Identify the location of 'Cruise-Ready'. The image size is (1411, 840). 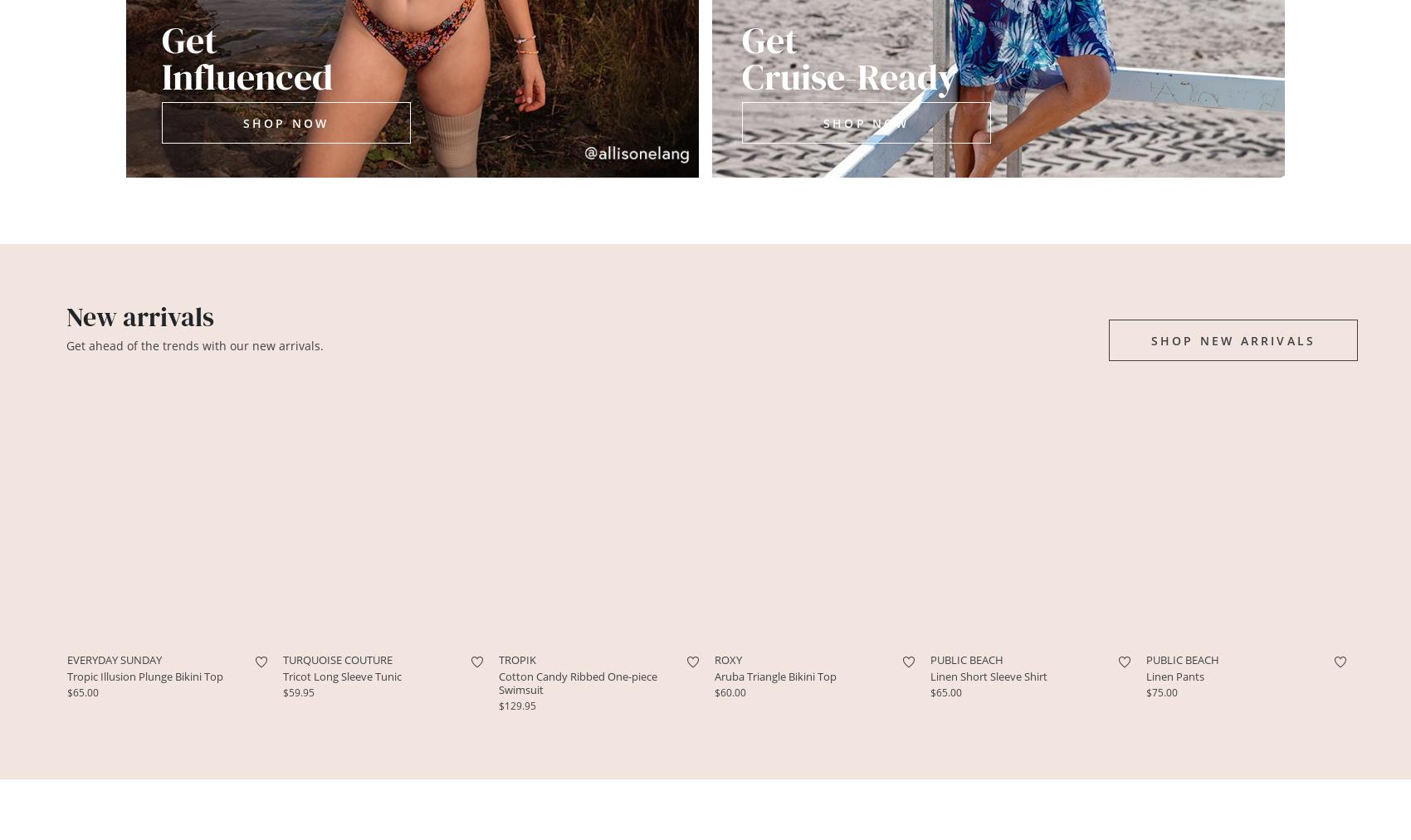
(848, 76).